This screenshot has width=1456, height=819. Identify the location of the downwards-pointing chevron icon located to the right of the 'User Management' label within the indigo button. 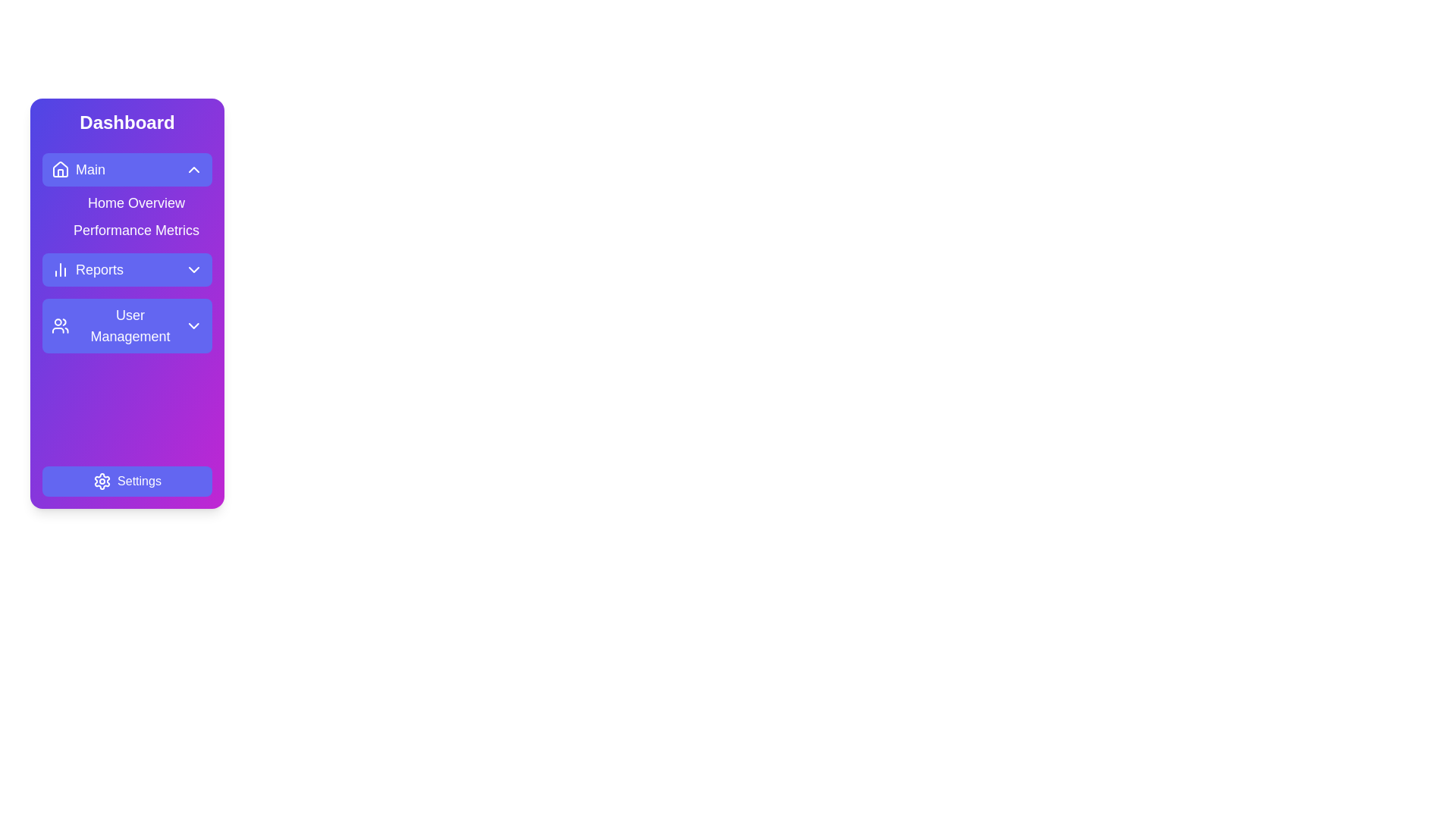
(193, 325).